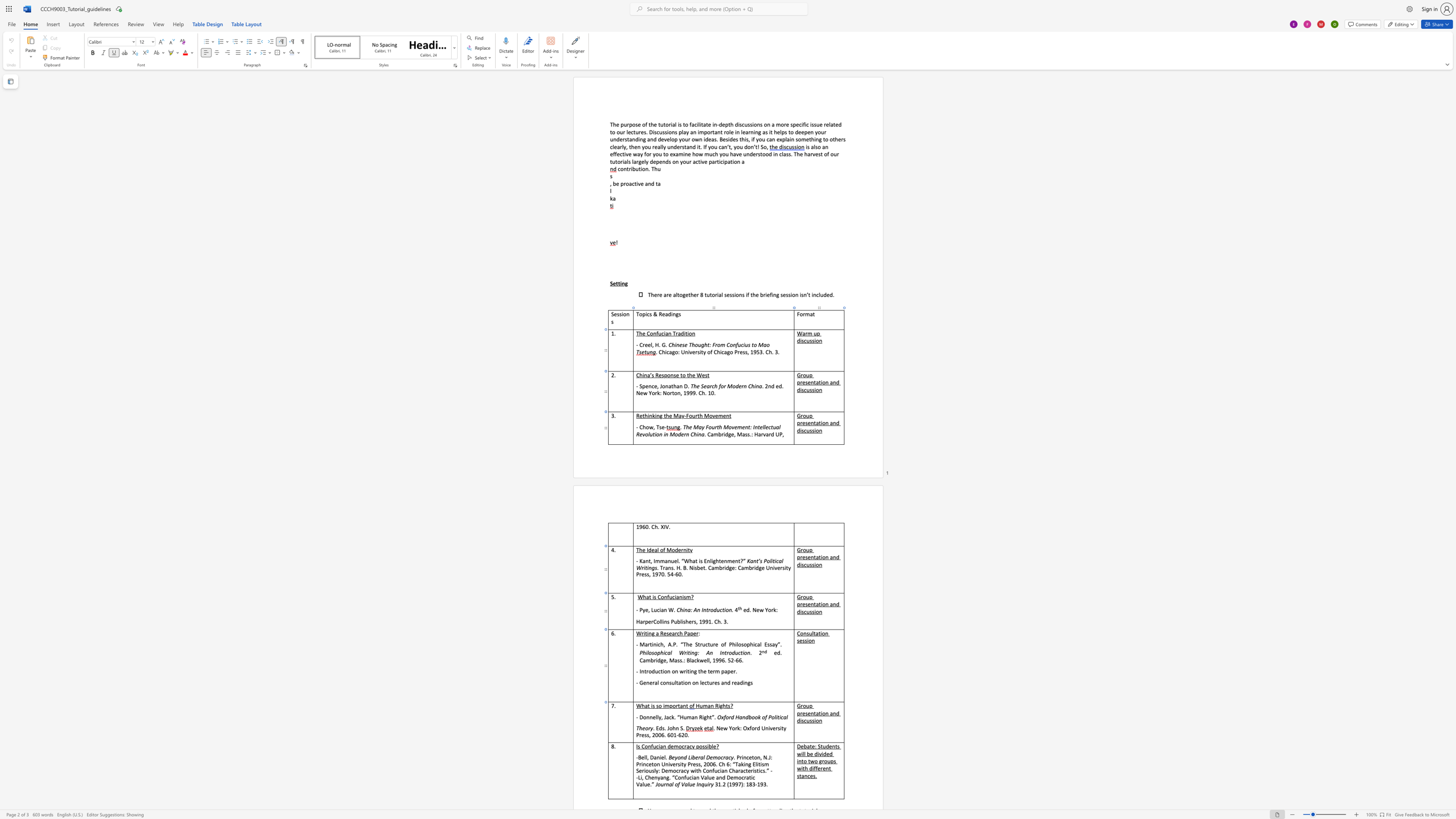 The image size is (1456, 819). I want to click on the space between the continuous character "a" and "p" in the text, so click(726, 670).